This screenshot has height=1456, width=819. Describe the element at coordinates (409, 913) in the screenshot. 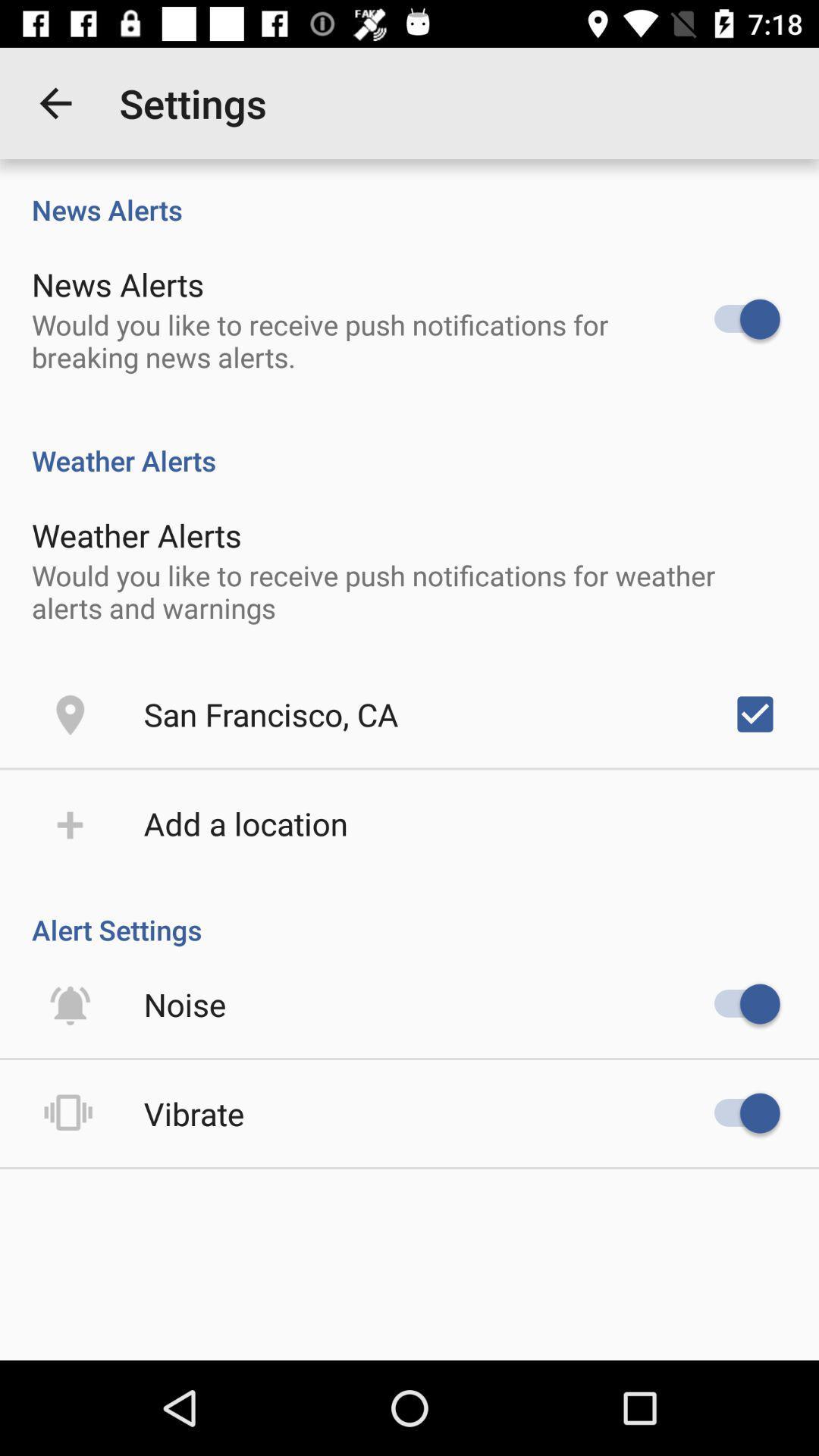

I see `the alert settings` at that location.